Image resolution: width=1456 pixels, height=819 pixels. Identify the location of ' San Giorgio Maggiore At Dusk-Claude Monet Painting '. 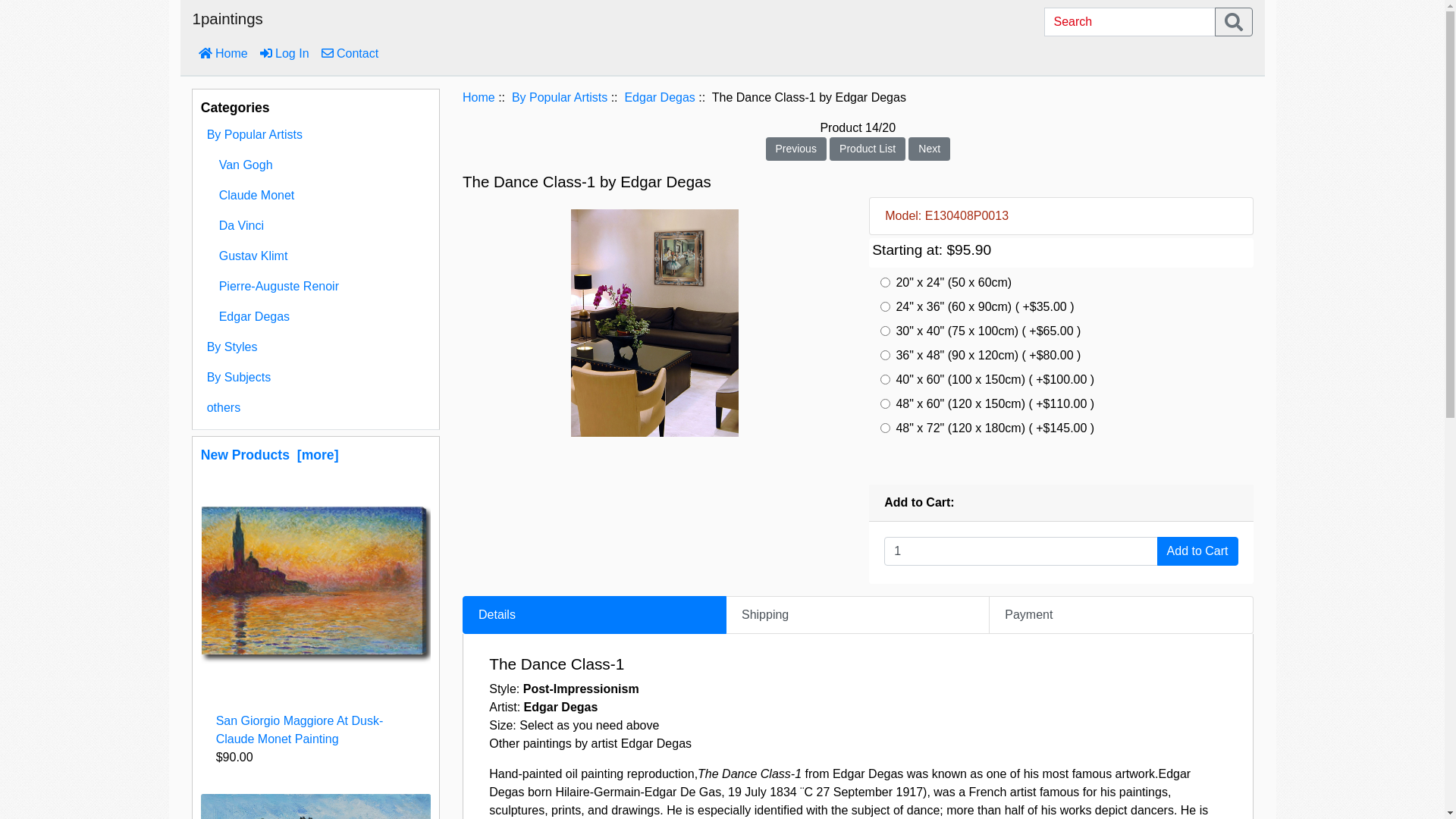
(315, 581).